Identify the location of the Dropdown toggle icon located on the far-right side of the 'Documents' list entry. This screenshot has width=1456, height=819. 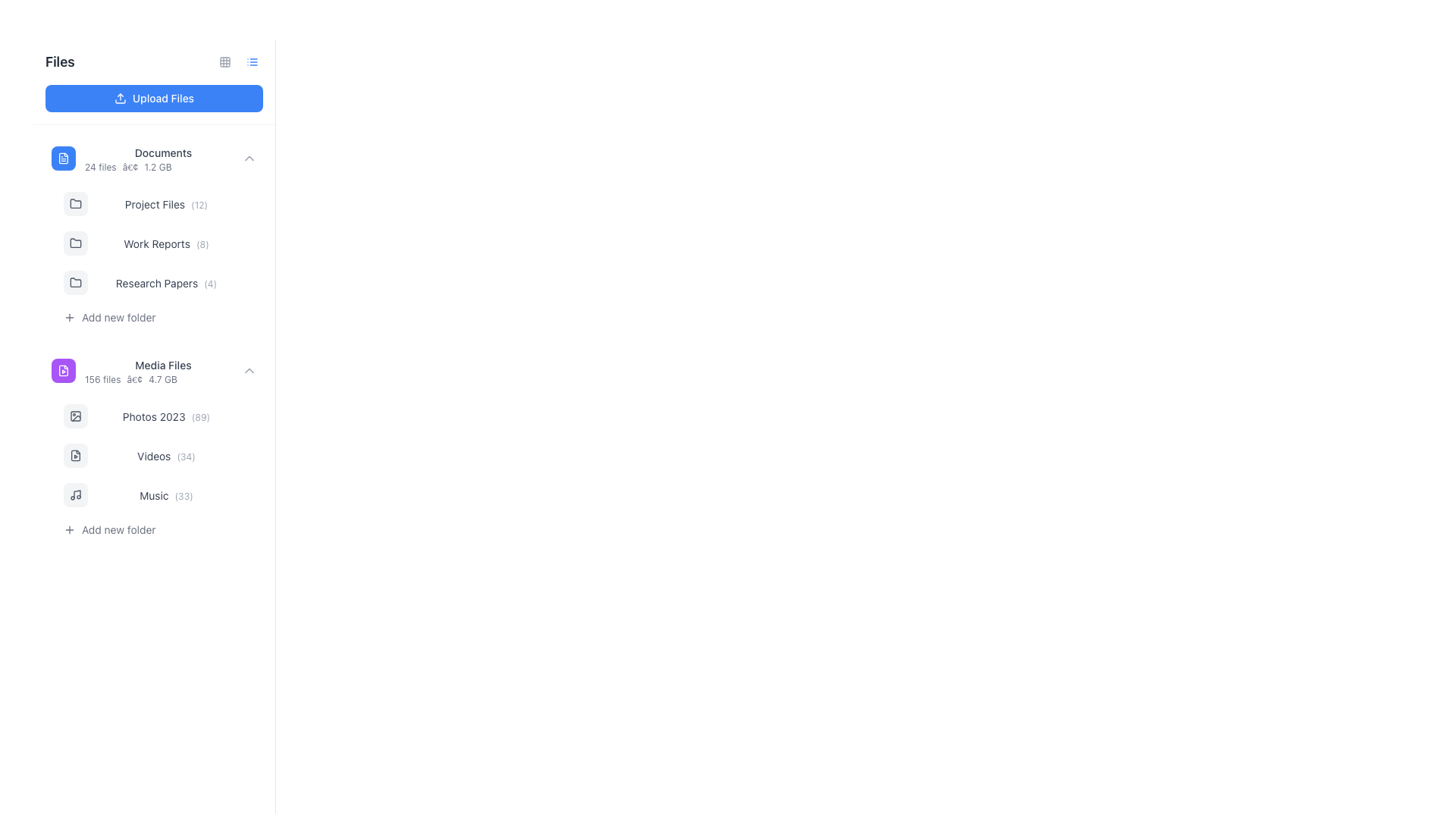
(249, 158).